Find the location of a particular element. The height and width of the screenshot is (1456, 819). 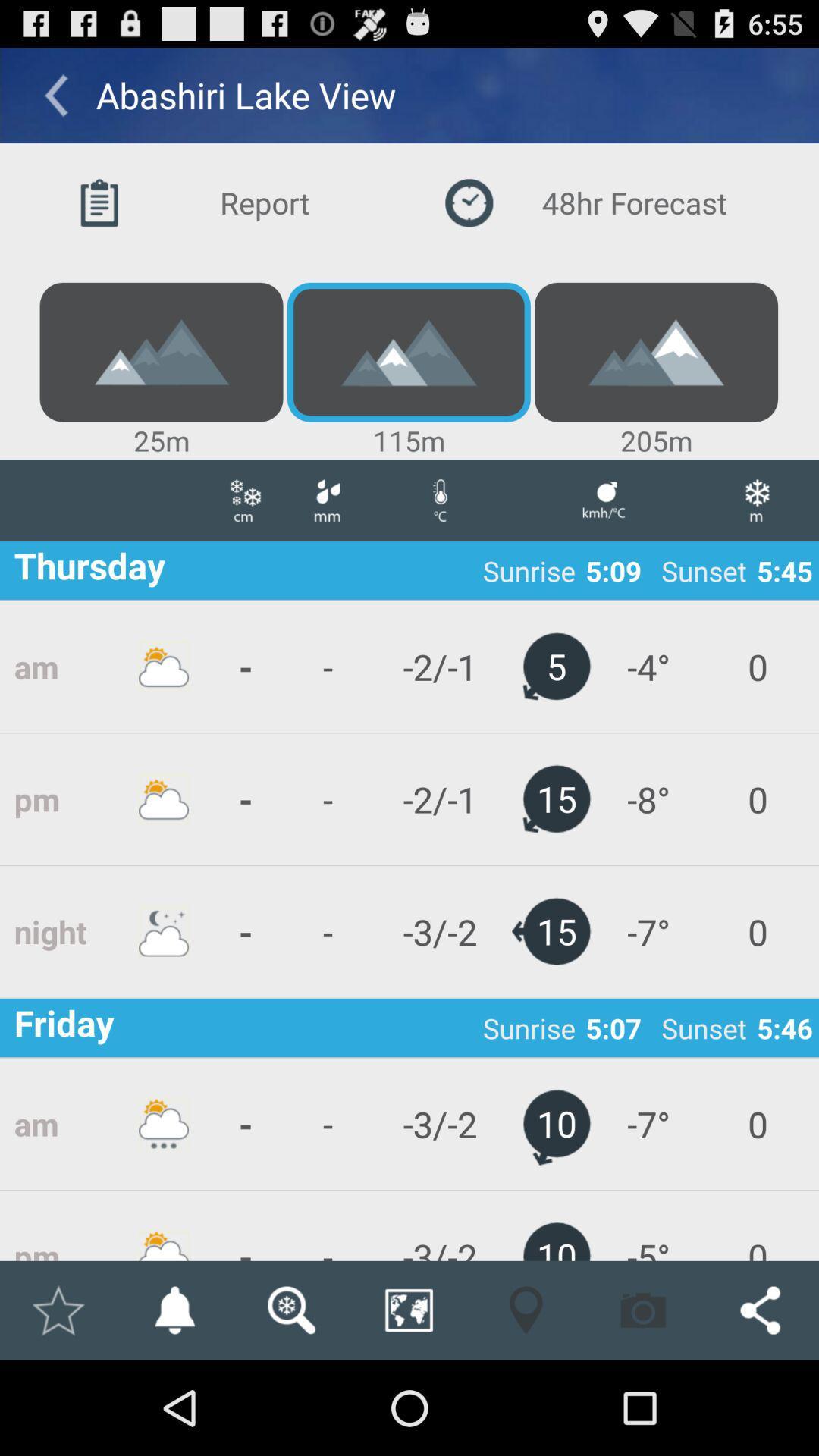

the - icon is located at coordinates (245, 930).